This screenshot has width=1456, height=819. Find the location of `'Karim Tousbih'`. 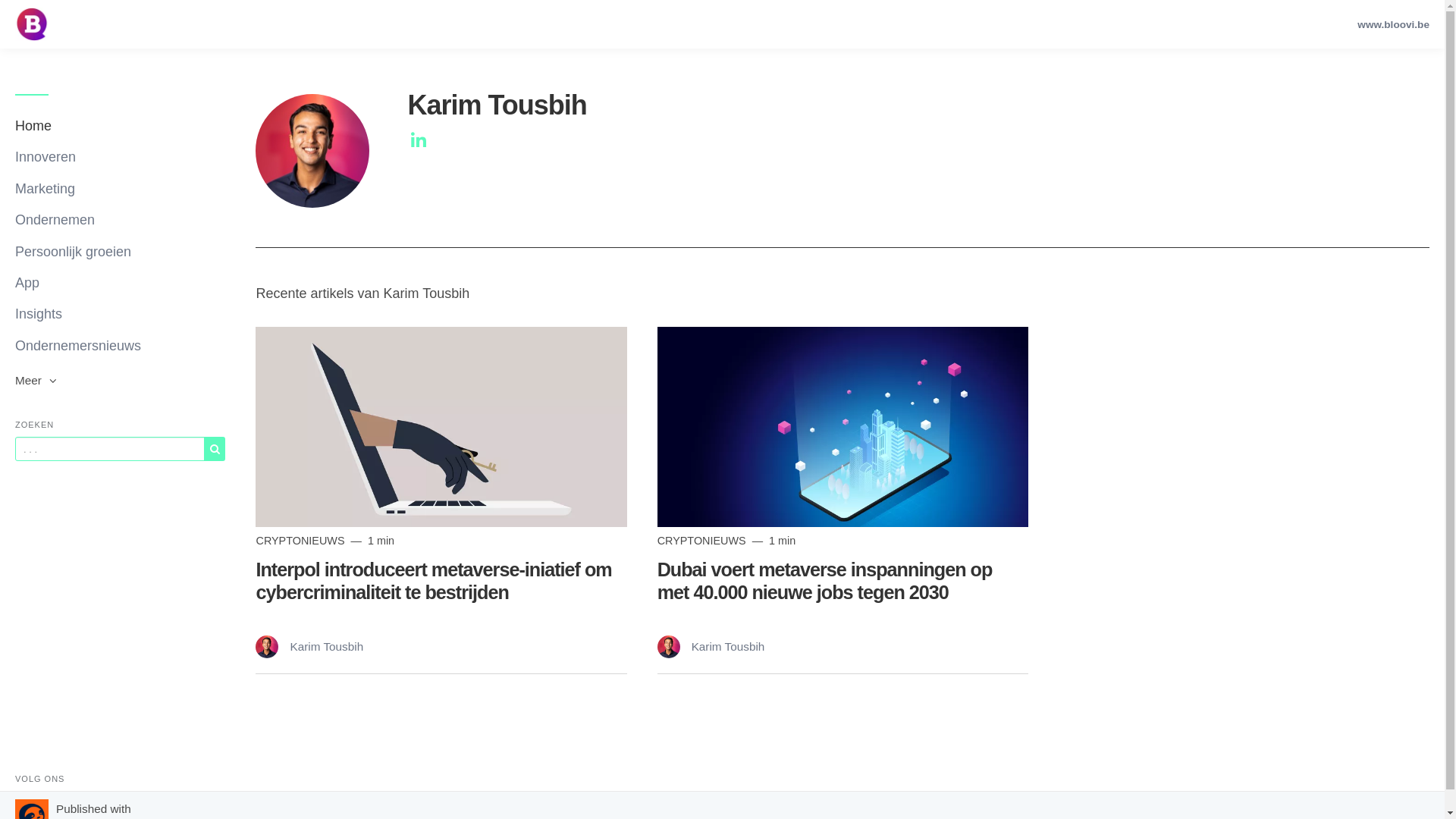

'Karim Tousbih' is located at coordinates (309, 646).